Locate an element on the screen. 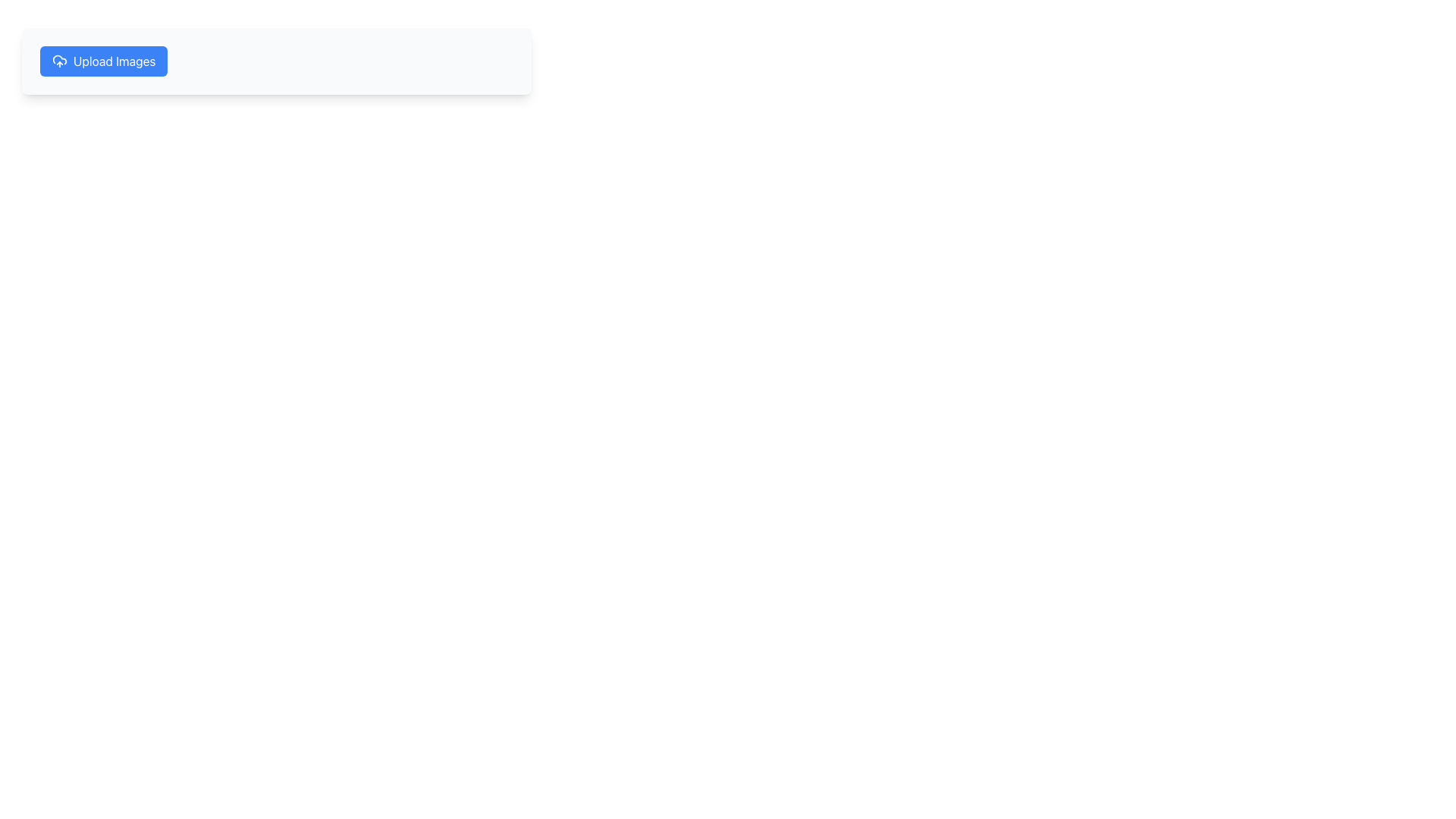 The height and width of the screenshot is (819, 1456). the blue rectangular button labeled 'Upload Images' to observe a color change is located at coordinates (103, 61).